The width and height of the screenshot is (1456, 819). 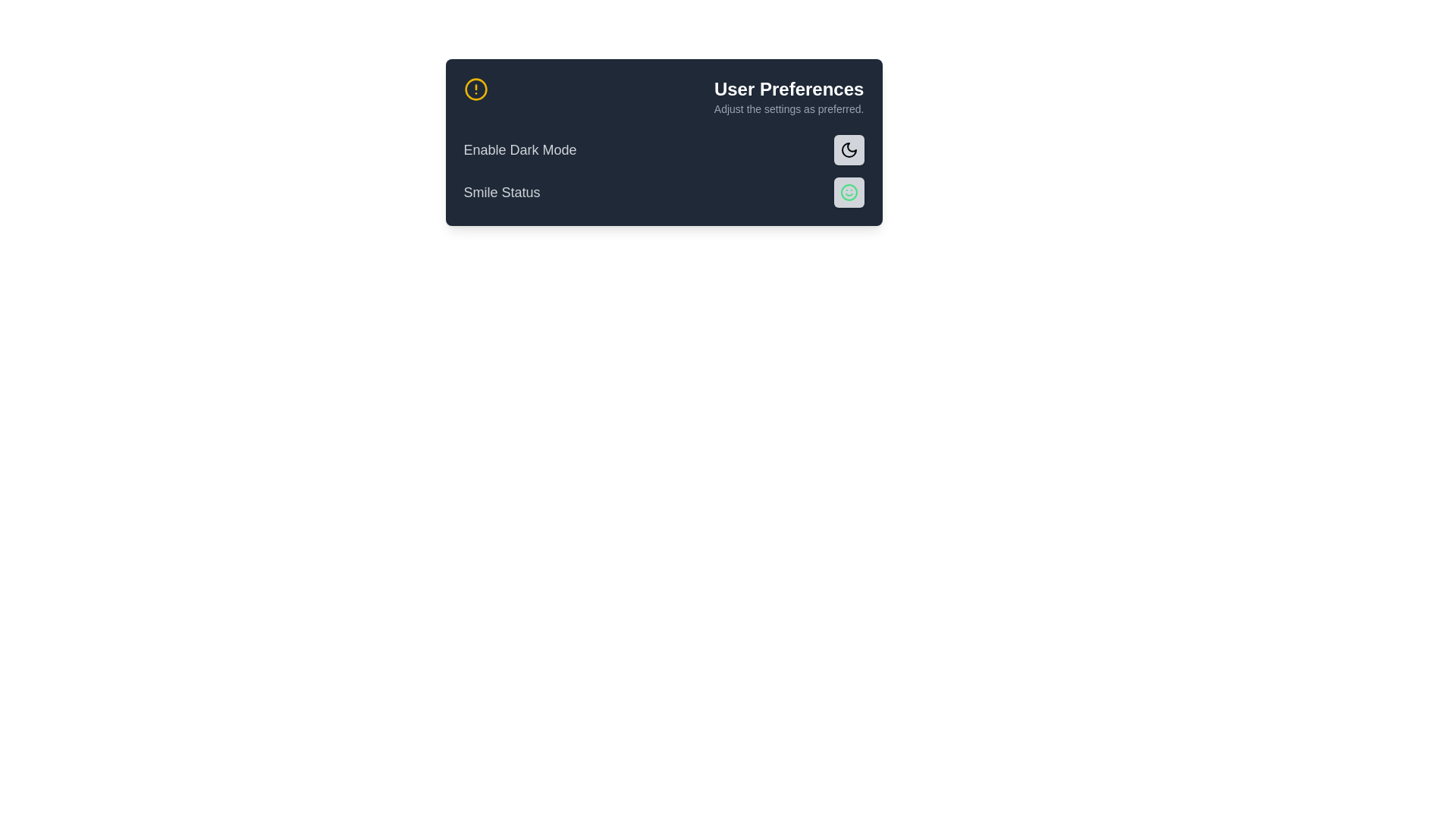 I want to click on the static informational text label located directly beneath 'User Preferences' in the top-right corner of the card-style section, so click(x=789, y=108).